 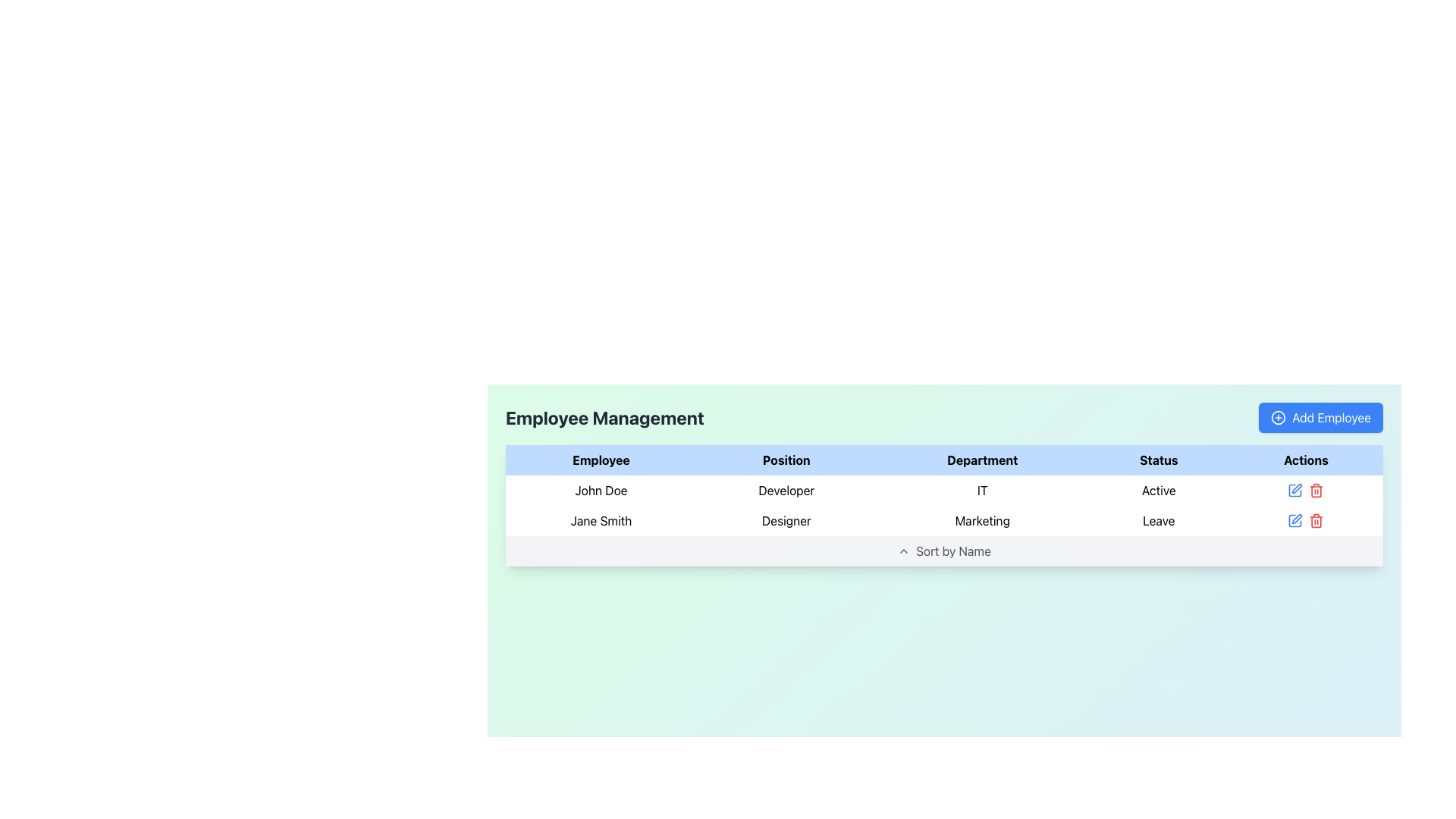 What do you see at coordinates (943, 551) in the screenshot?
I see `the 'Sort by Name' button located at the bottom of the table, which features a gray text and an upward-pointing chevron icon` at bounding box center [943, 551].